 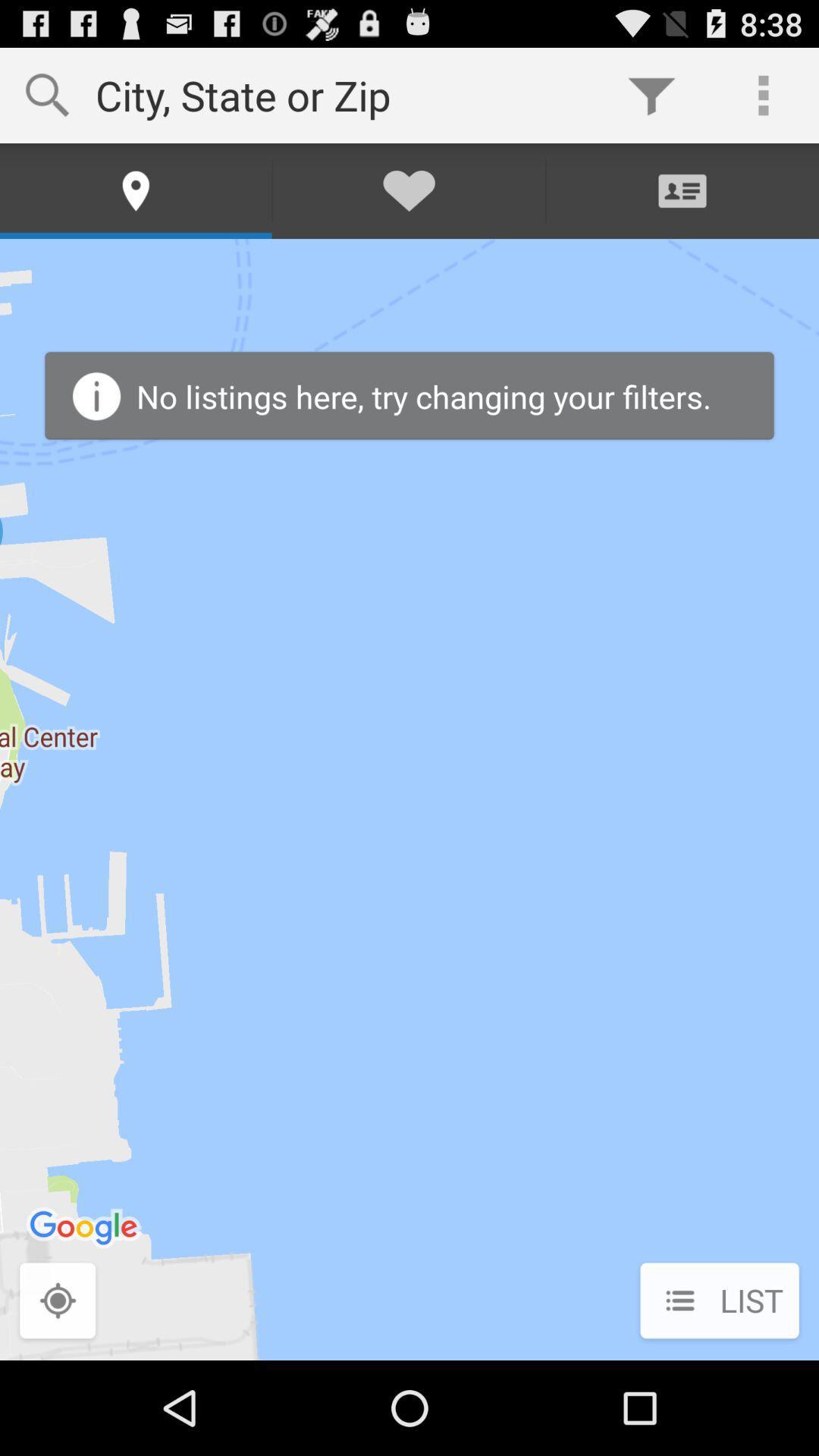 I want to click on the icon to the left of list icon, so click(x=57, y=1301).